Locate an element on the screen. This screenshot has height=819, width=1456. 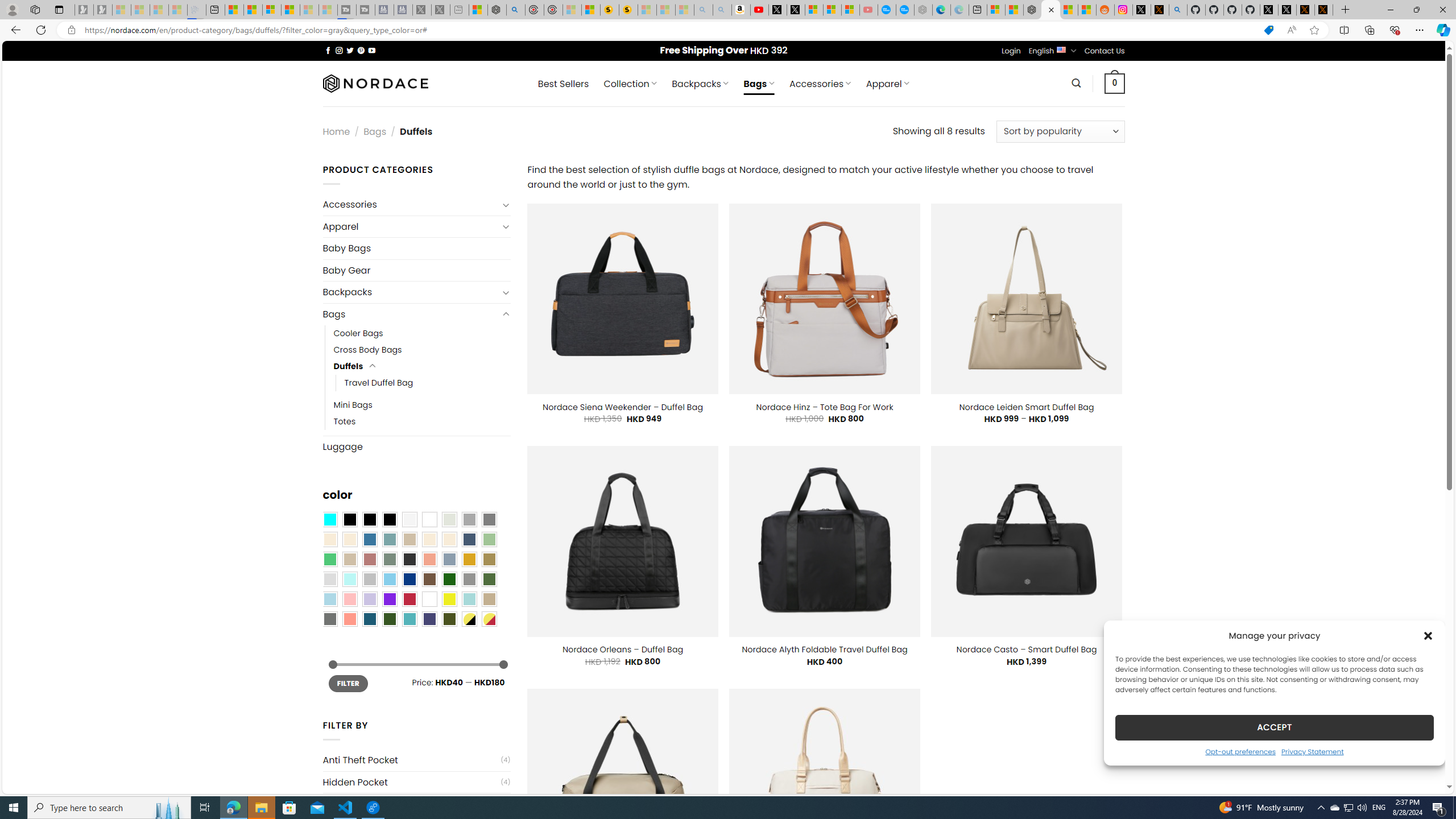
'Travel Duffel Bag' is located at coordinates (427, 383).